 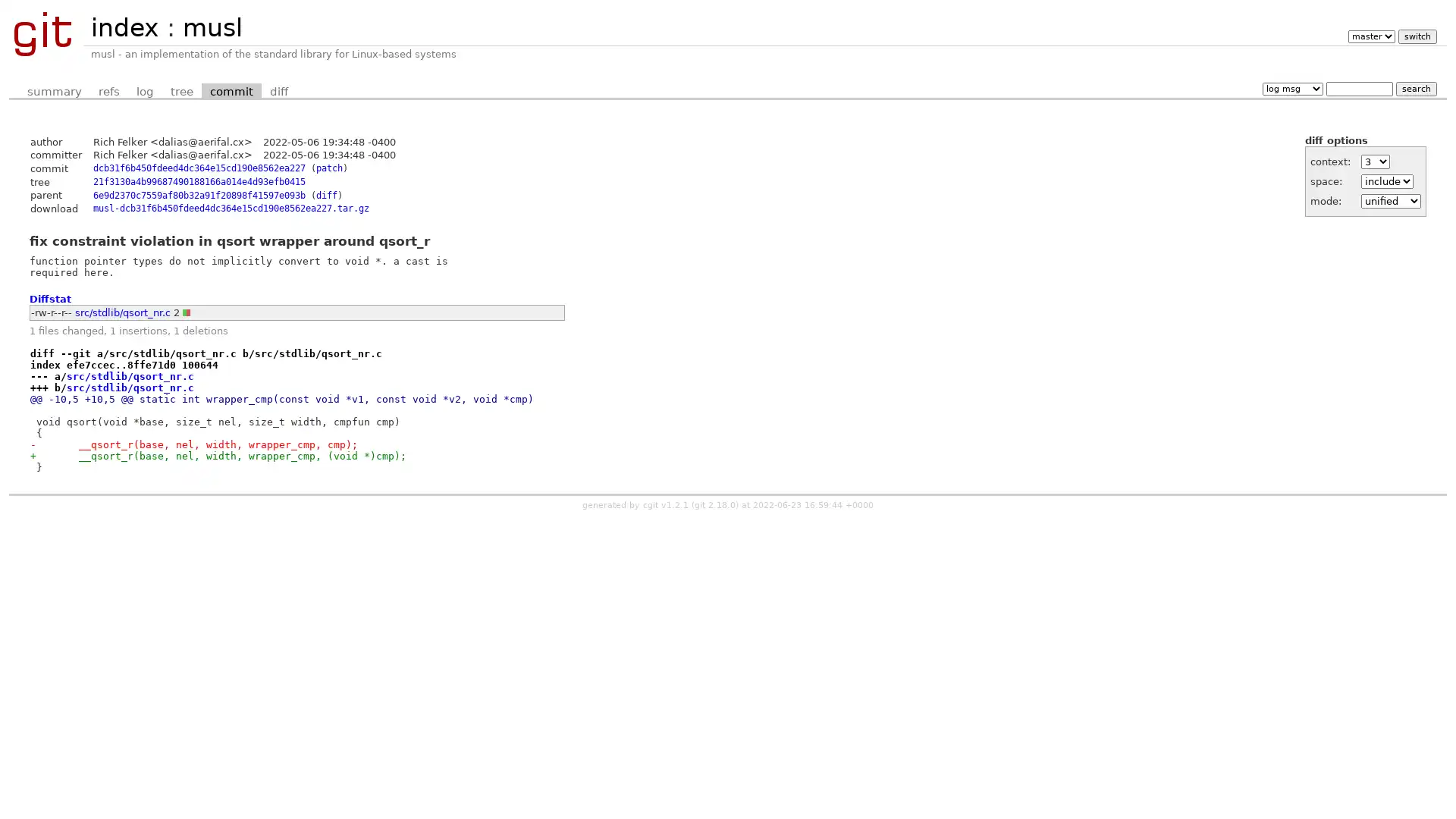 I want to click on switch, so click(x=1416, y=36).